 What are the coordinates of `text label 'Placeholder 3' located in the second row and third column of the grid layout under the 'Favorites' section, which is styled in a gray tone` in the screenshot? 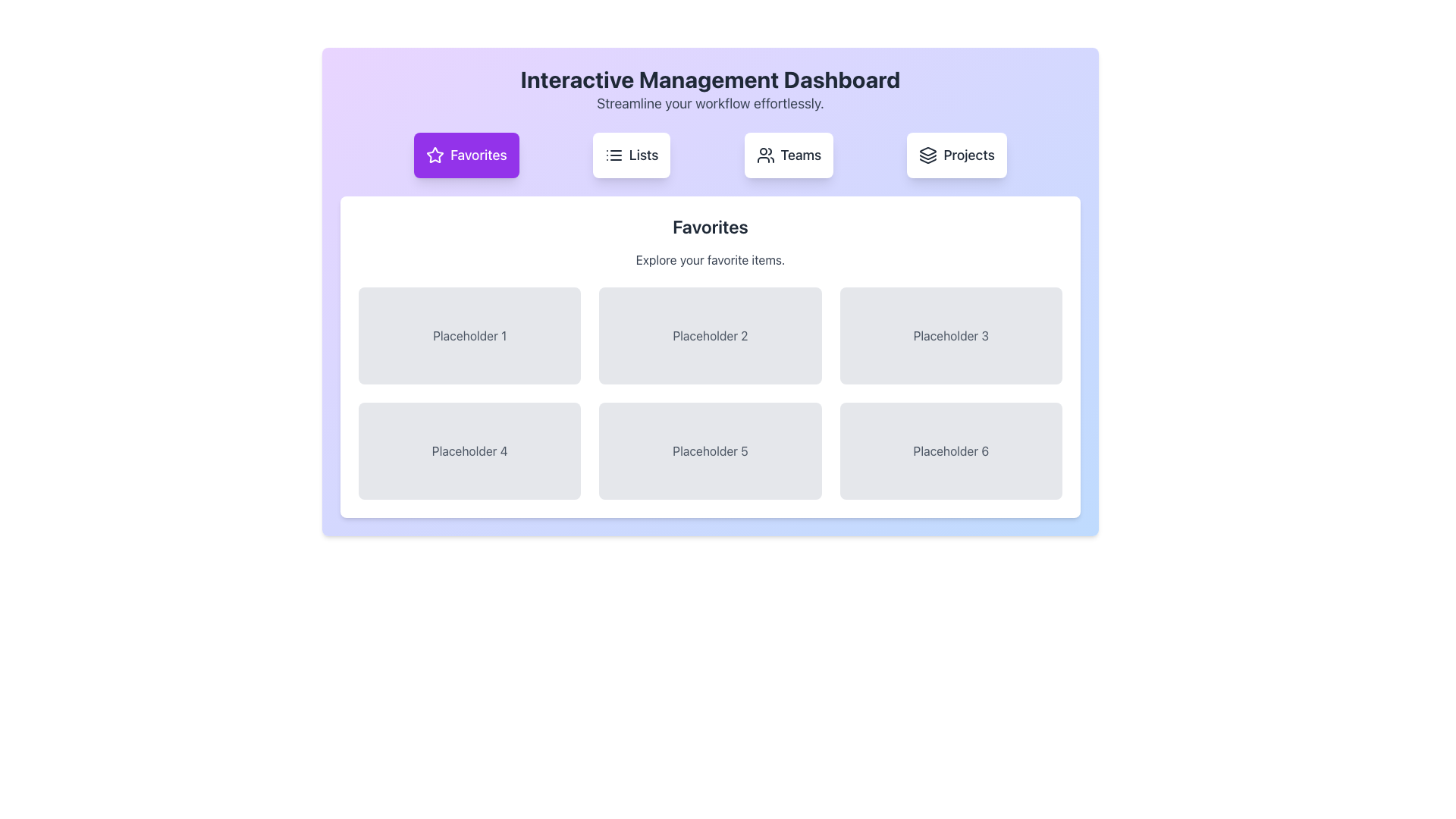 It's located at (950, 335).